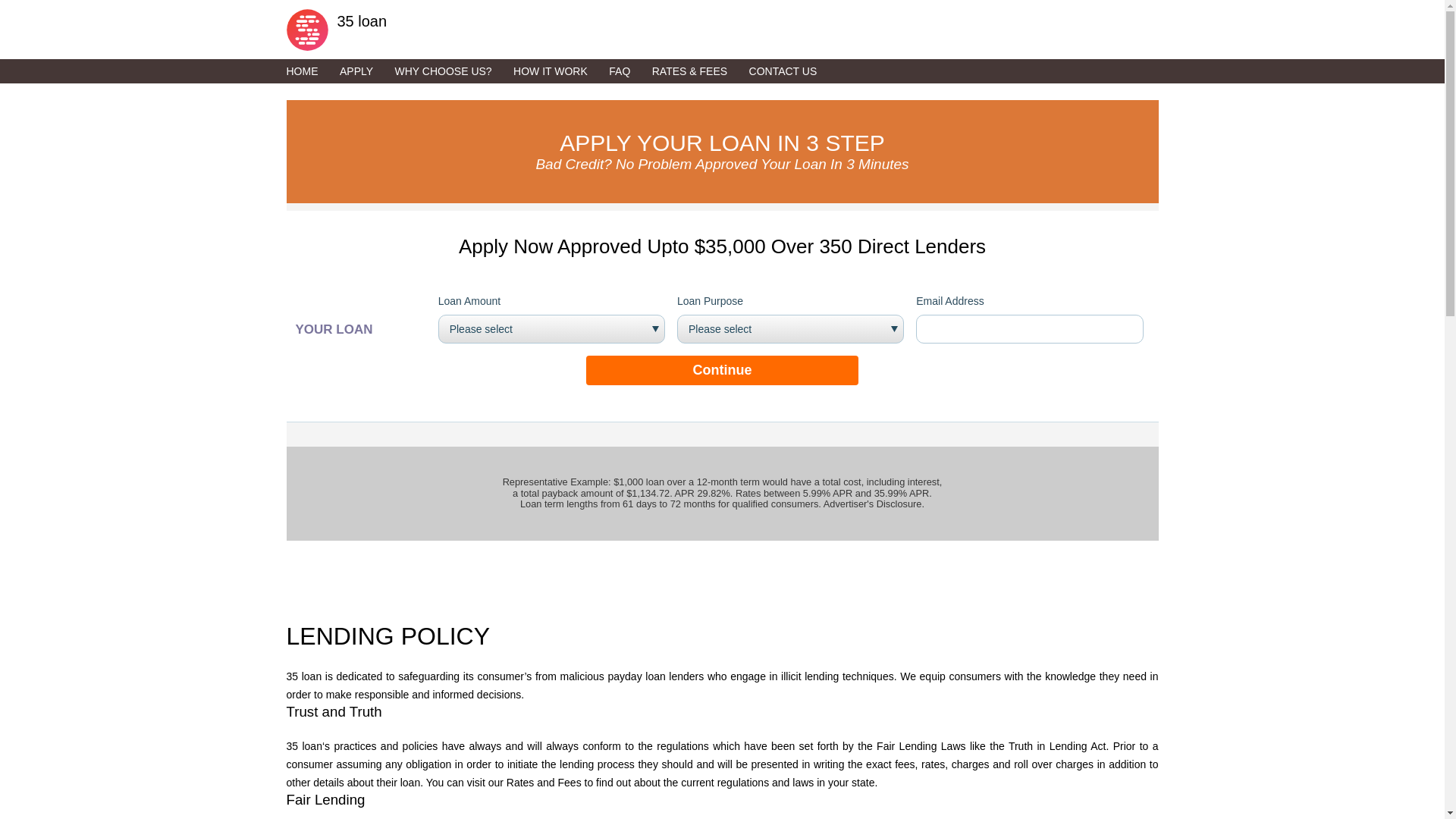 The width and height of the screenshot is (1456, 819). What do you see at coordinates (311, 71) in the screenshot?
I see `'HOME'` at bounding box center [311, 71].